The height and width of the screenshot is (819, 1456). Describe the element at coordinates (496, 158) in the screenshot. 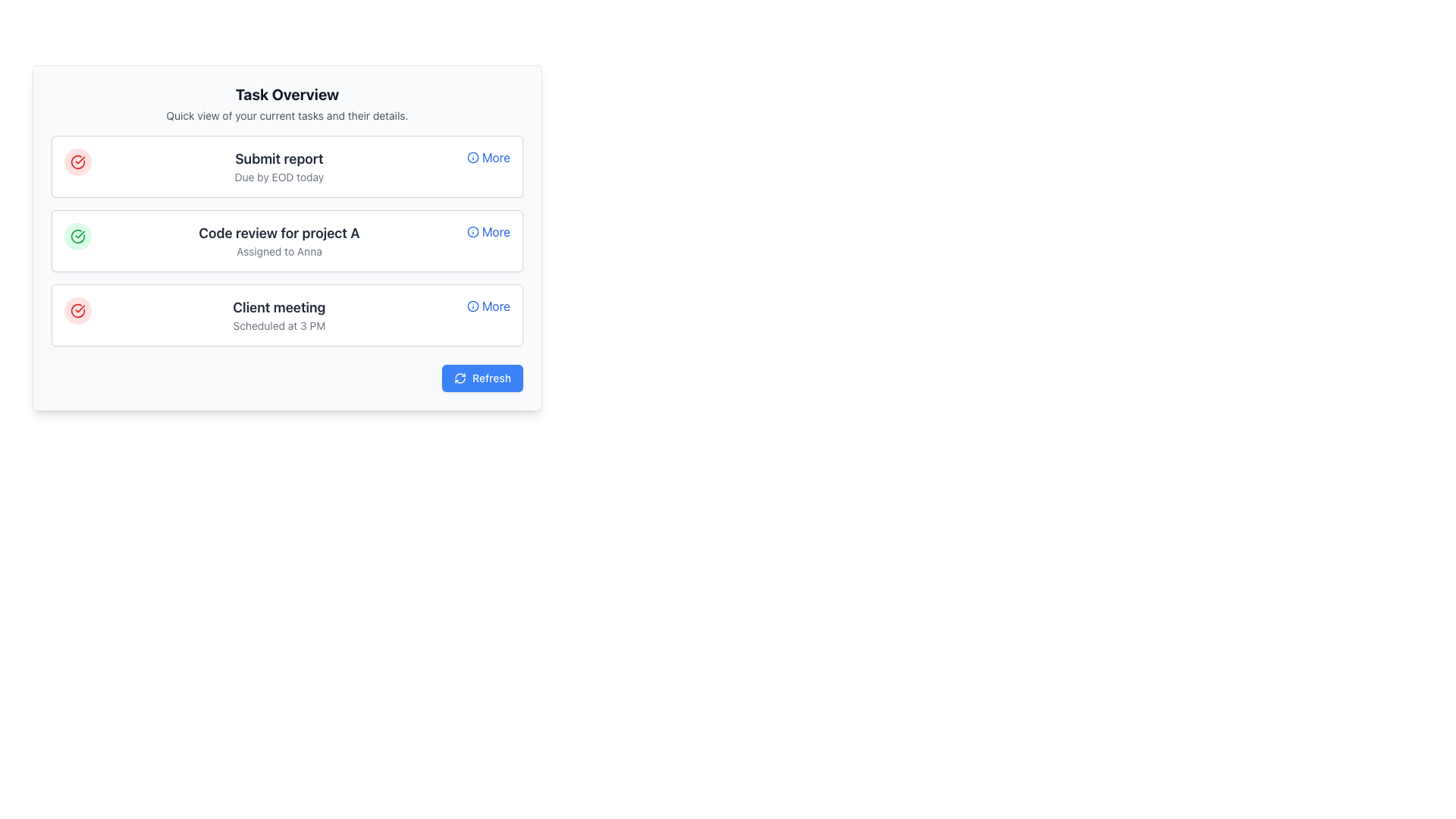

I see `the 'More' text link associated with the 'Submit report' task` at that location.